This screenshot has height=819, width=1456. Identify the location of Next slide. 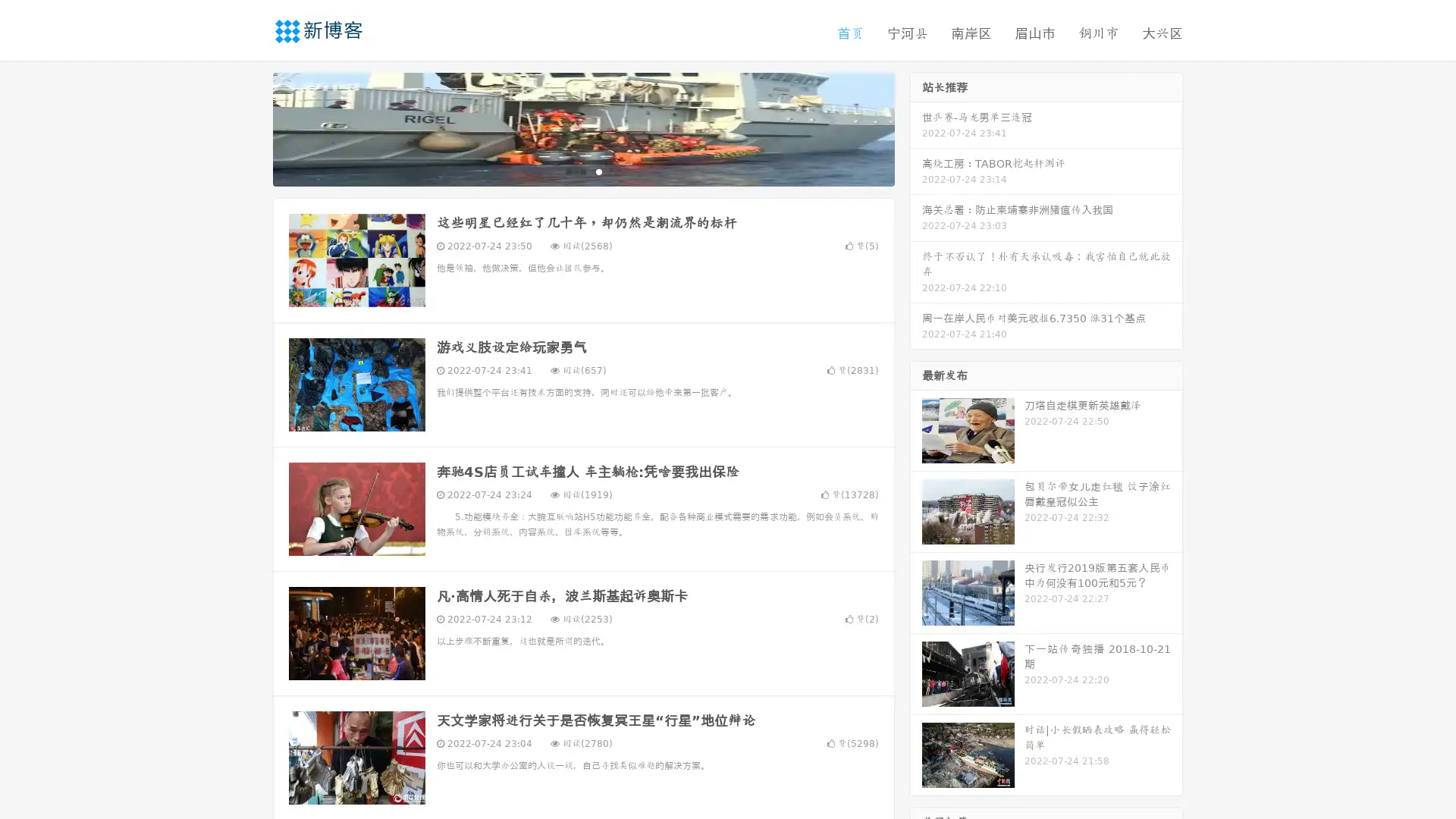
(916, 127).